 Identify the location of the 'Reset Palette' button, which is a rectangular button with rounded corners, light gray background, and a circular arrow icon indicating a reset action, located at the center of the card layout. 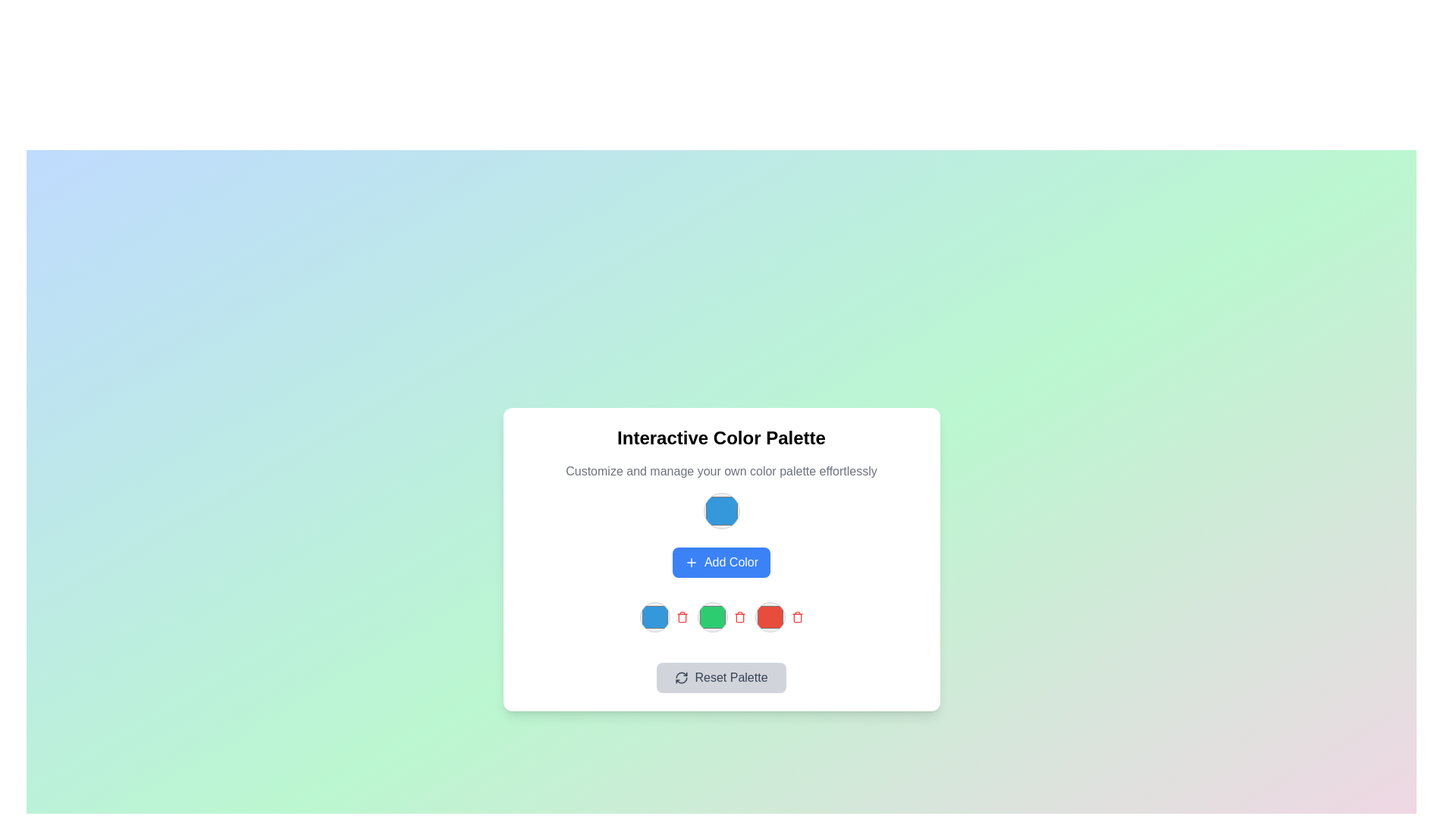
(720, 677).